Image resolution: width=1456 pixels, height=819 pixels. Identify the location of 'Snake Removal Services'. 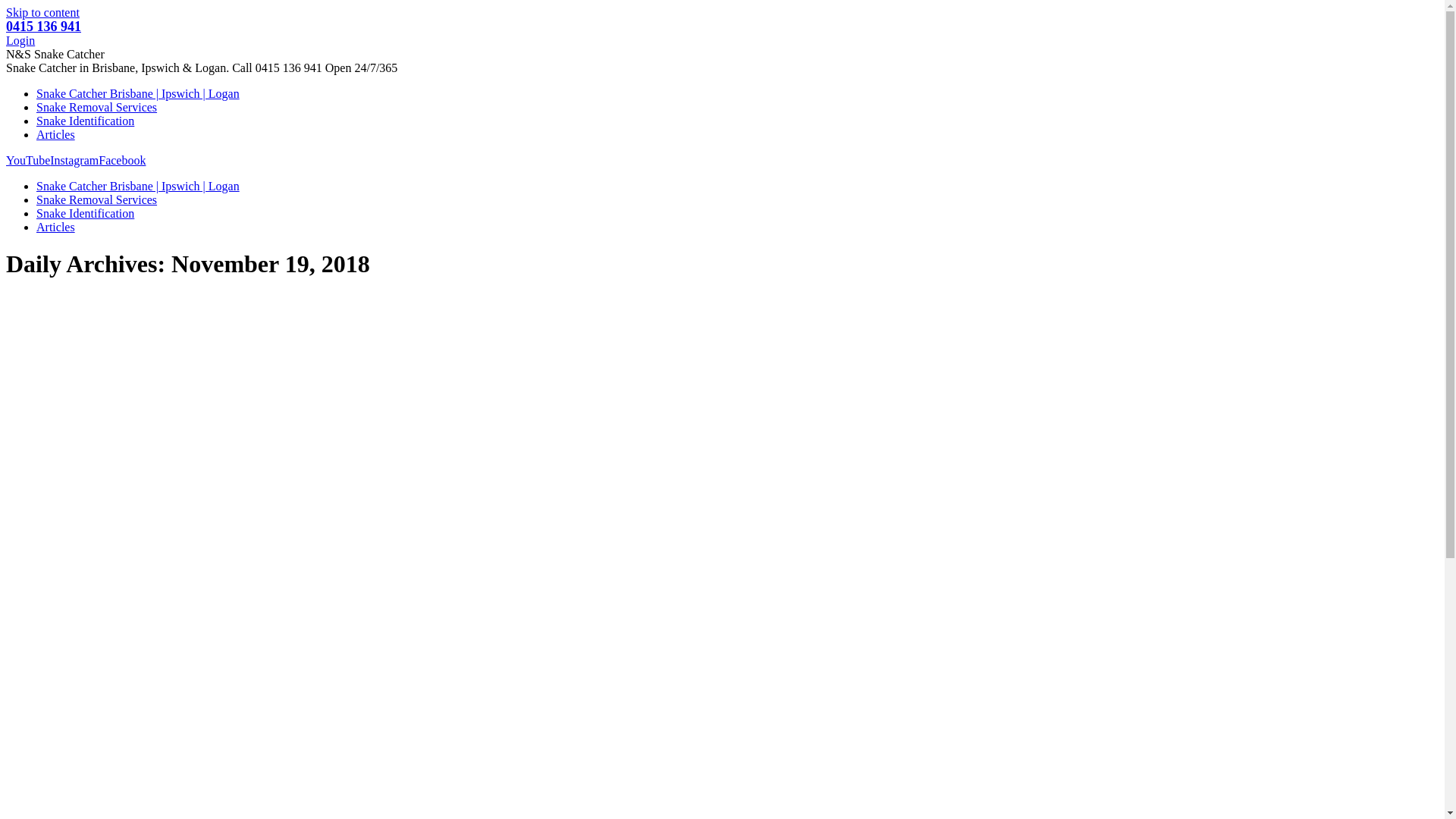
(96, 199).